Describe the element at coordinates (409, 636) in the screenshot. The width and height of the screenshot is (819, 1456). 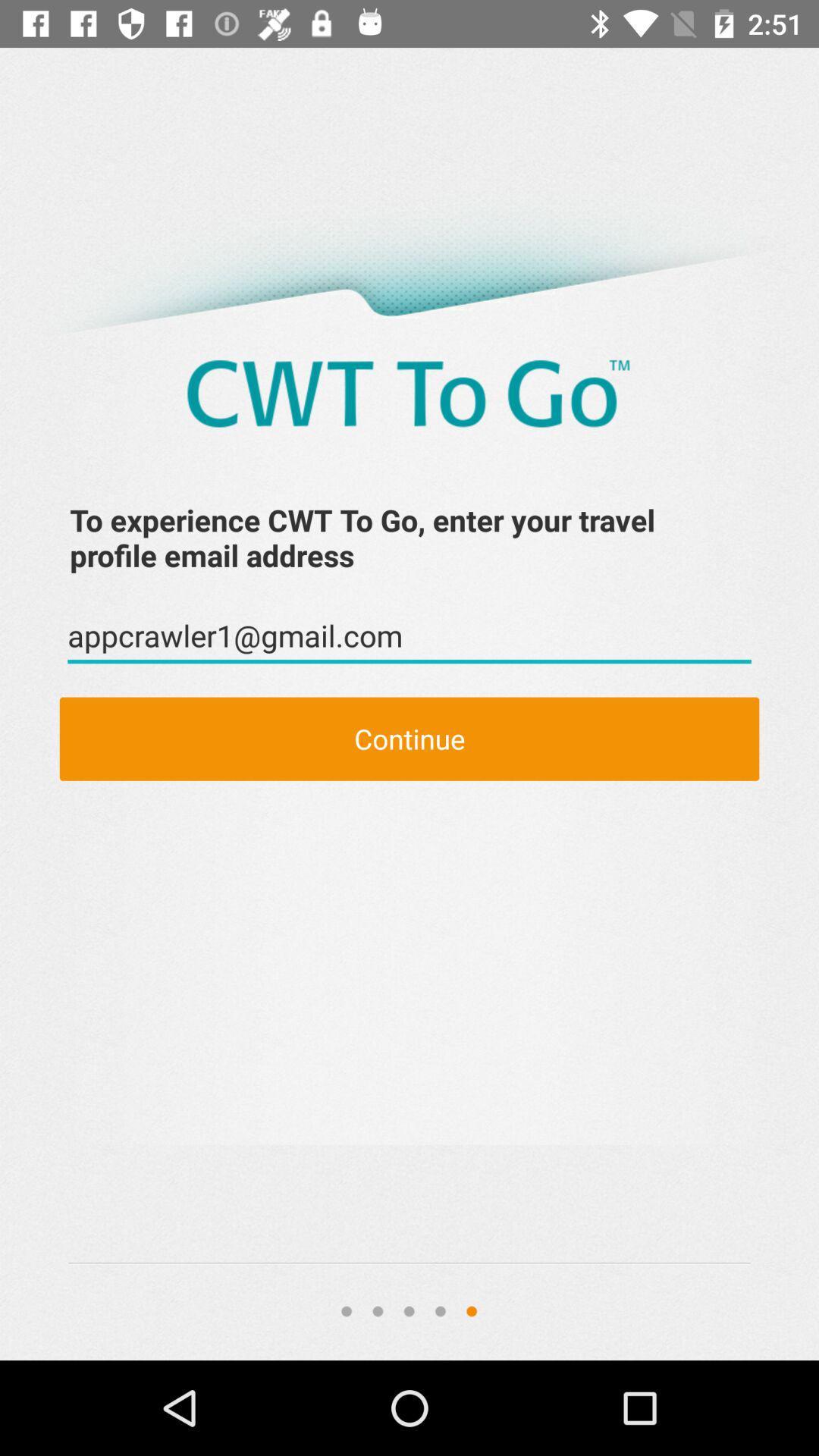
I see `item above the continue` at that location.